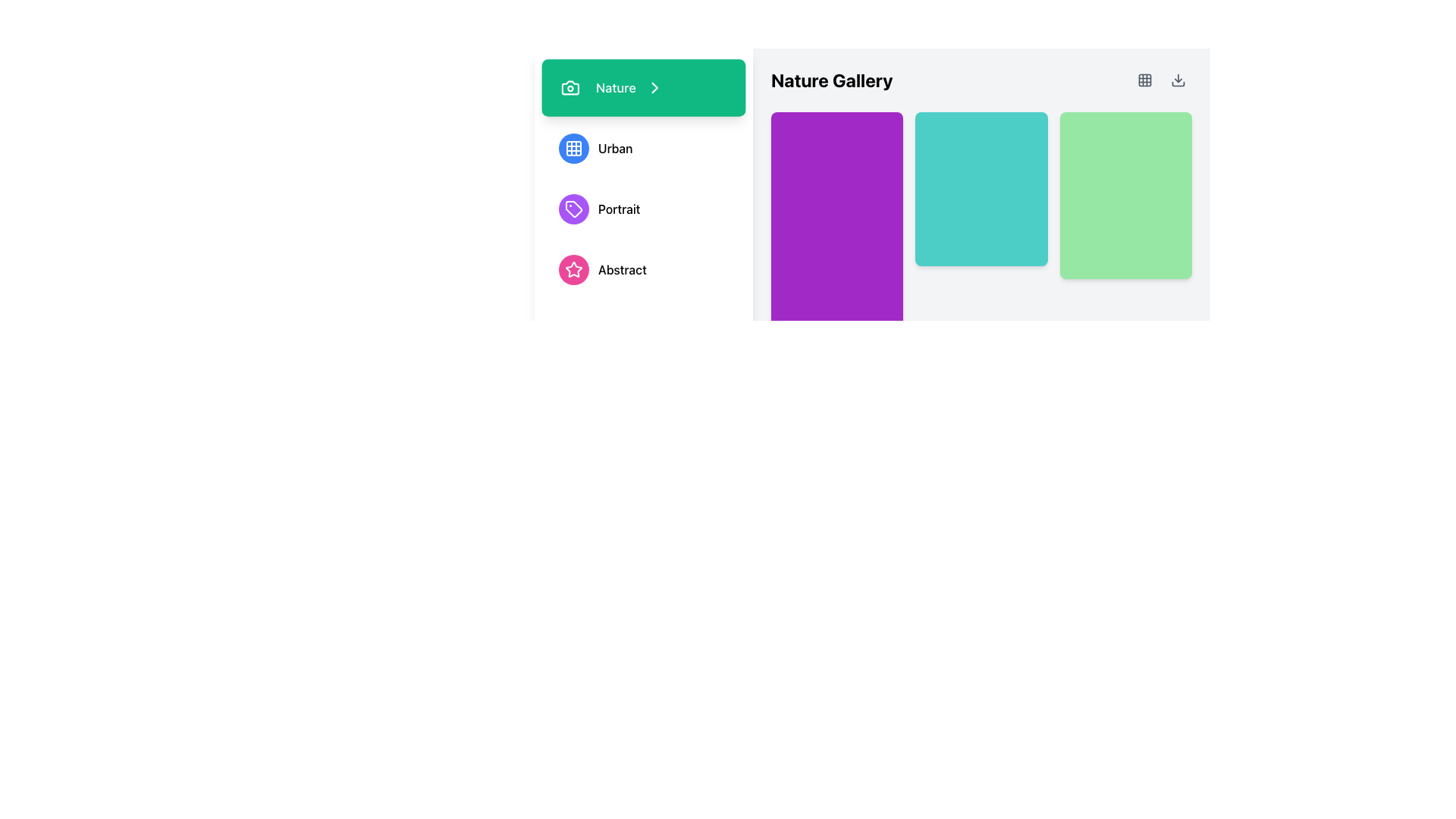  Describe the element at coordinates (644, 268) in the screenshot. I see `the 'Abstract' navigation button, which is the fourth item in the vertical sidebar menu` at that location.